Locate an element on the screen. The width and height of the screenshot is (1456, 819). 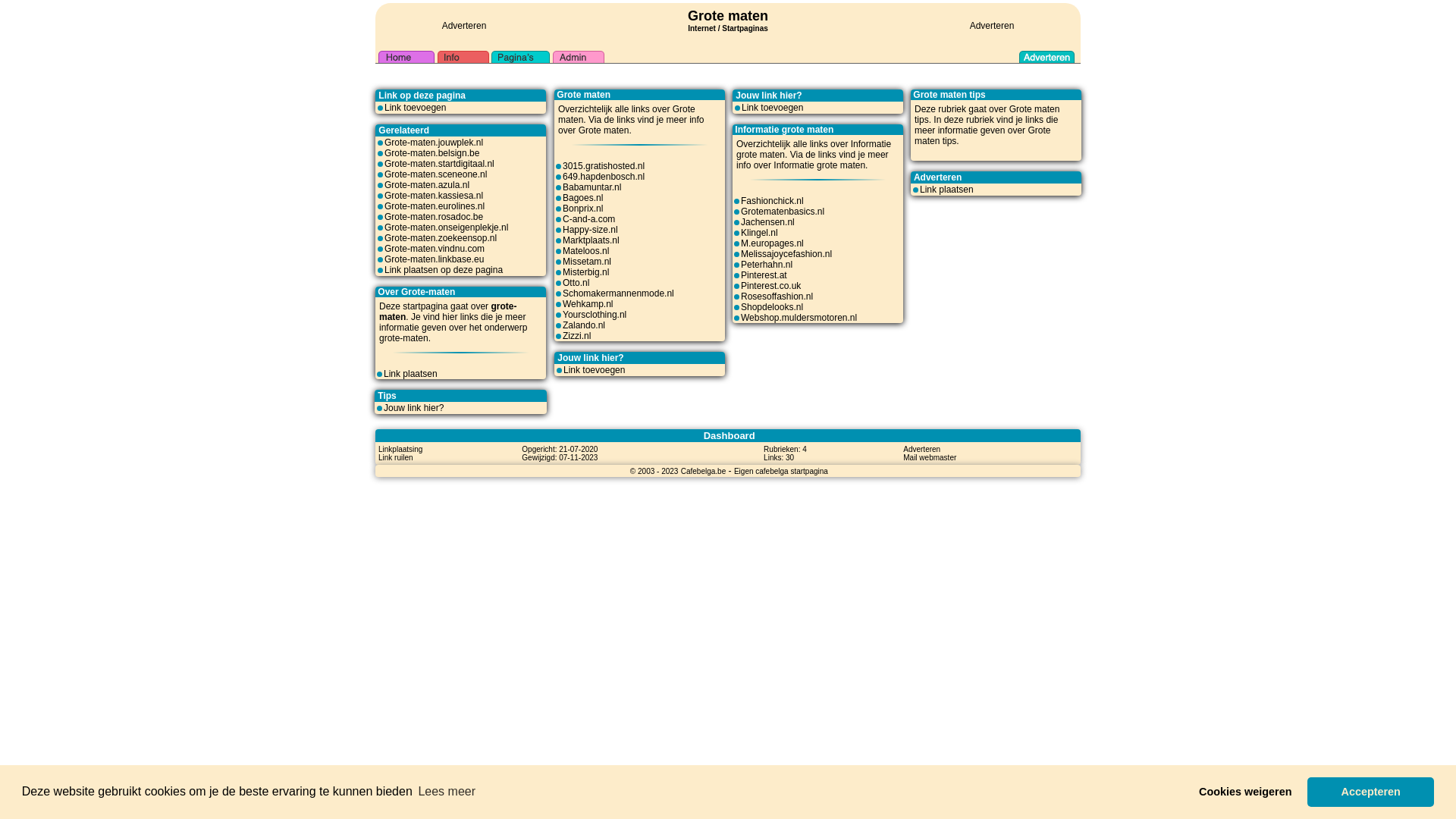
'Link plaatsen' is located at coordinates (946, 189).